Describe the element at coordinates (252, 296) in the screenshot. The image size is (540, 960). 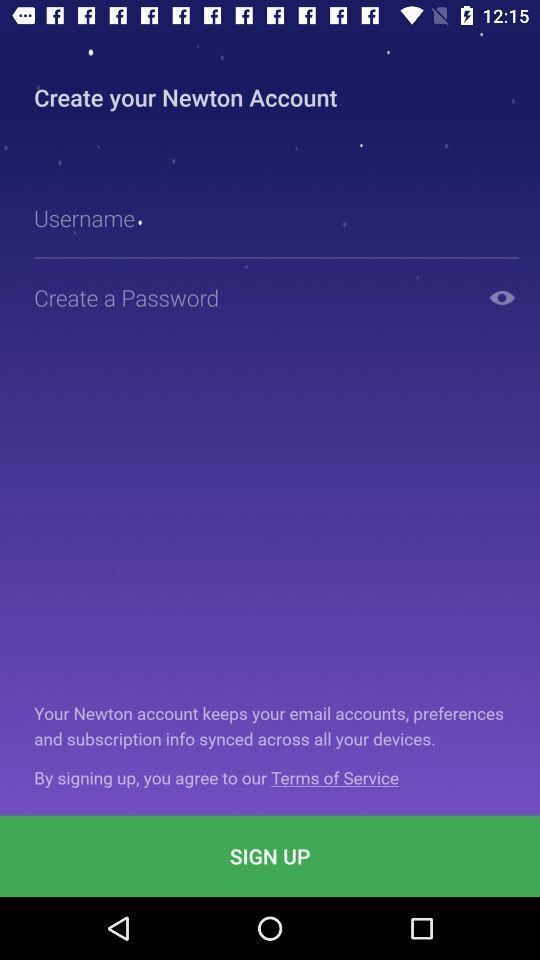
I see `type your password` at that location.